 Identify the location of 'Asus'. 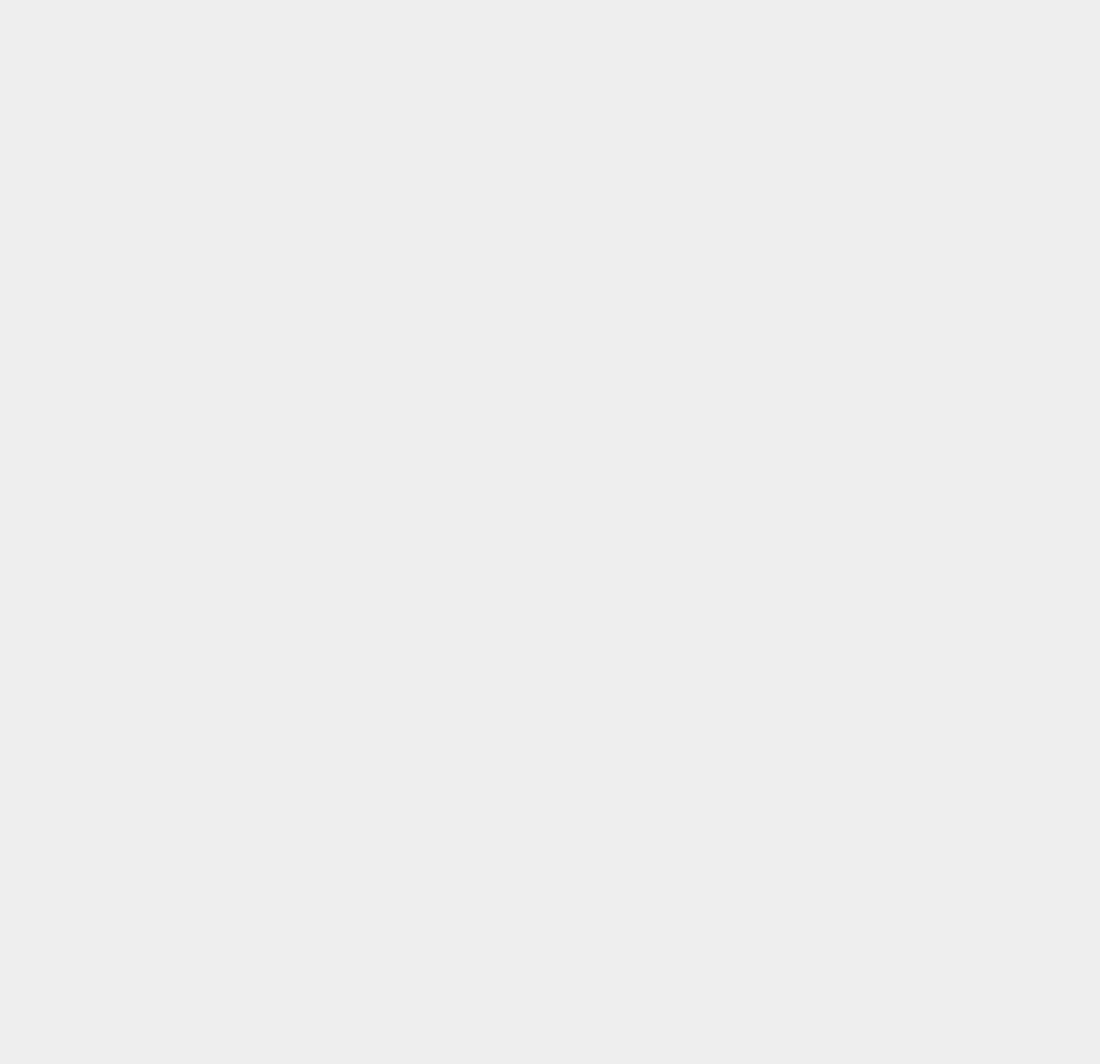
(793, 425).